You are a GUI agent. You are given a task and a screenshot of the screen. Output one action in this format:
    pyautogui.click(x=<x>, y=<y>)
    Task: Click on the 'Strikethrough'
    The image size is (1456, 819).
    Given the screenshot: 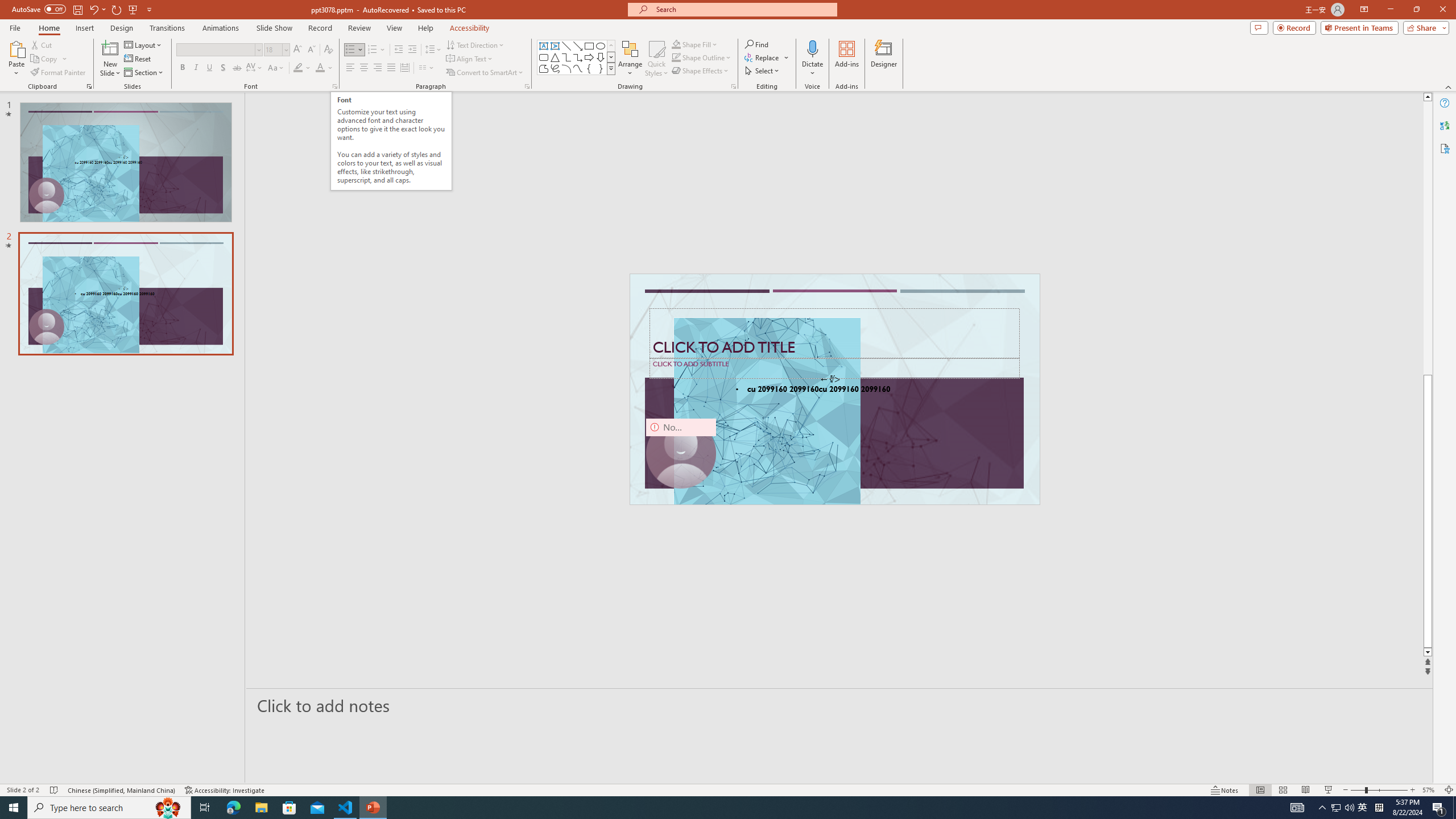 What is the action you would take?
    pyautogui.click(x=237, y=67)
    